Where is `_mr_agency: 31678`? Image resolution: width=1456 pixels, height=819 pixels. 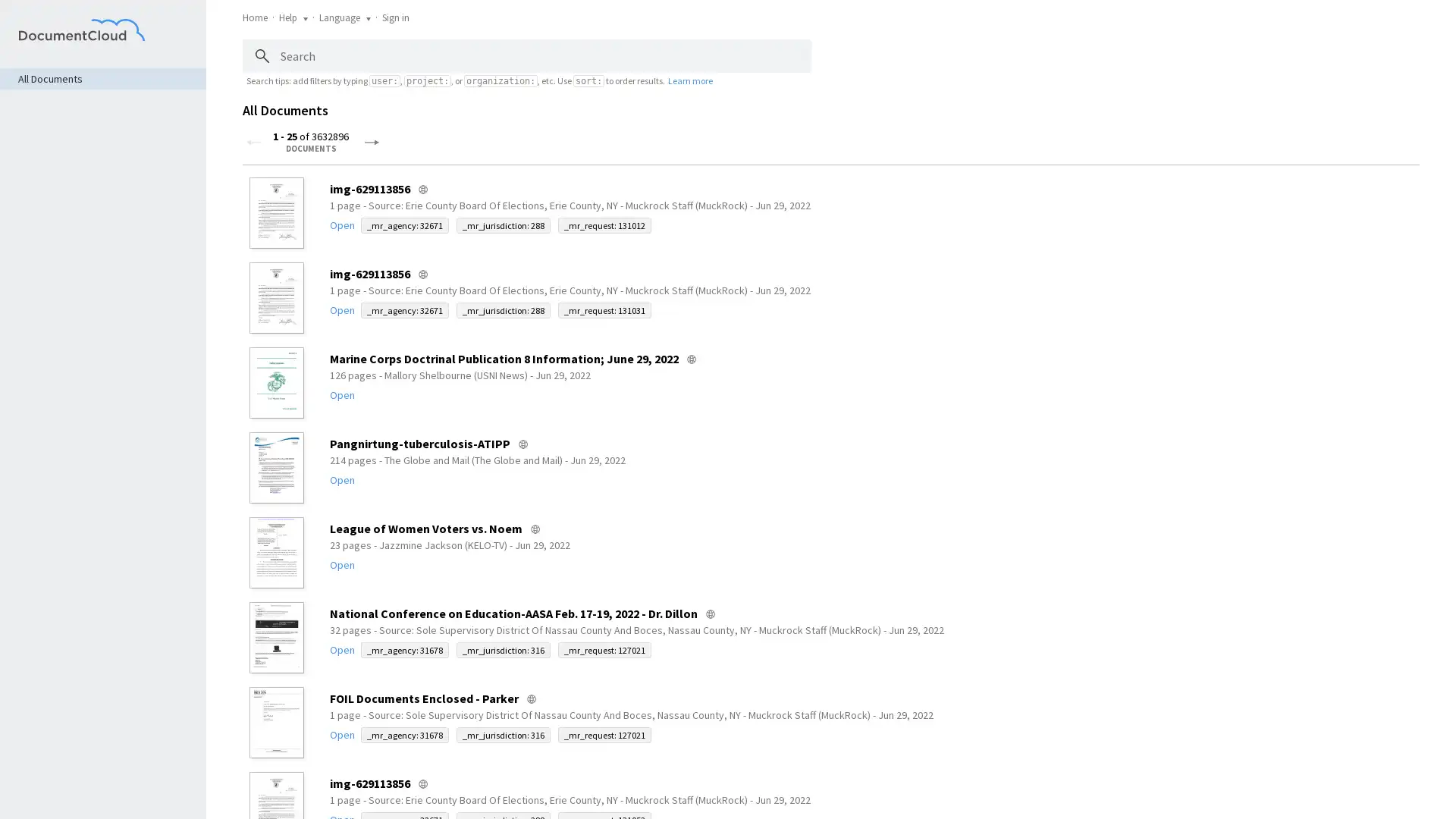
_mr_agency: 31678 is located at coordinates (404, 733).